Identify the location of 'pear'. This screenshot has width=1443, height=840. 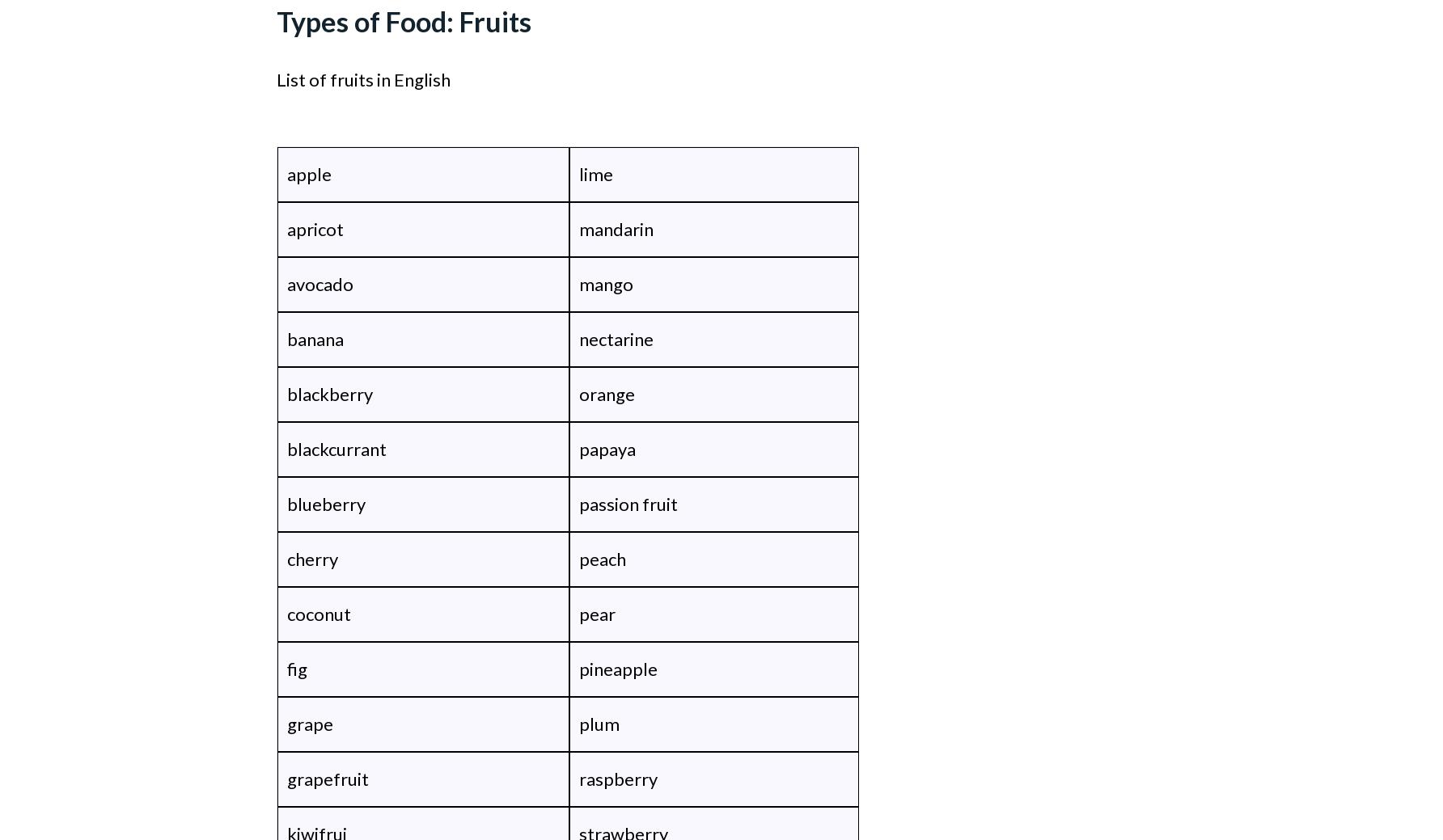
(596, 613).